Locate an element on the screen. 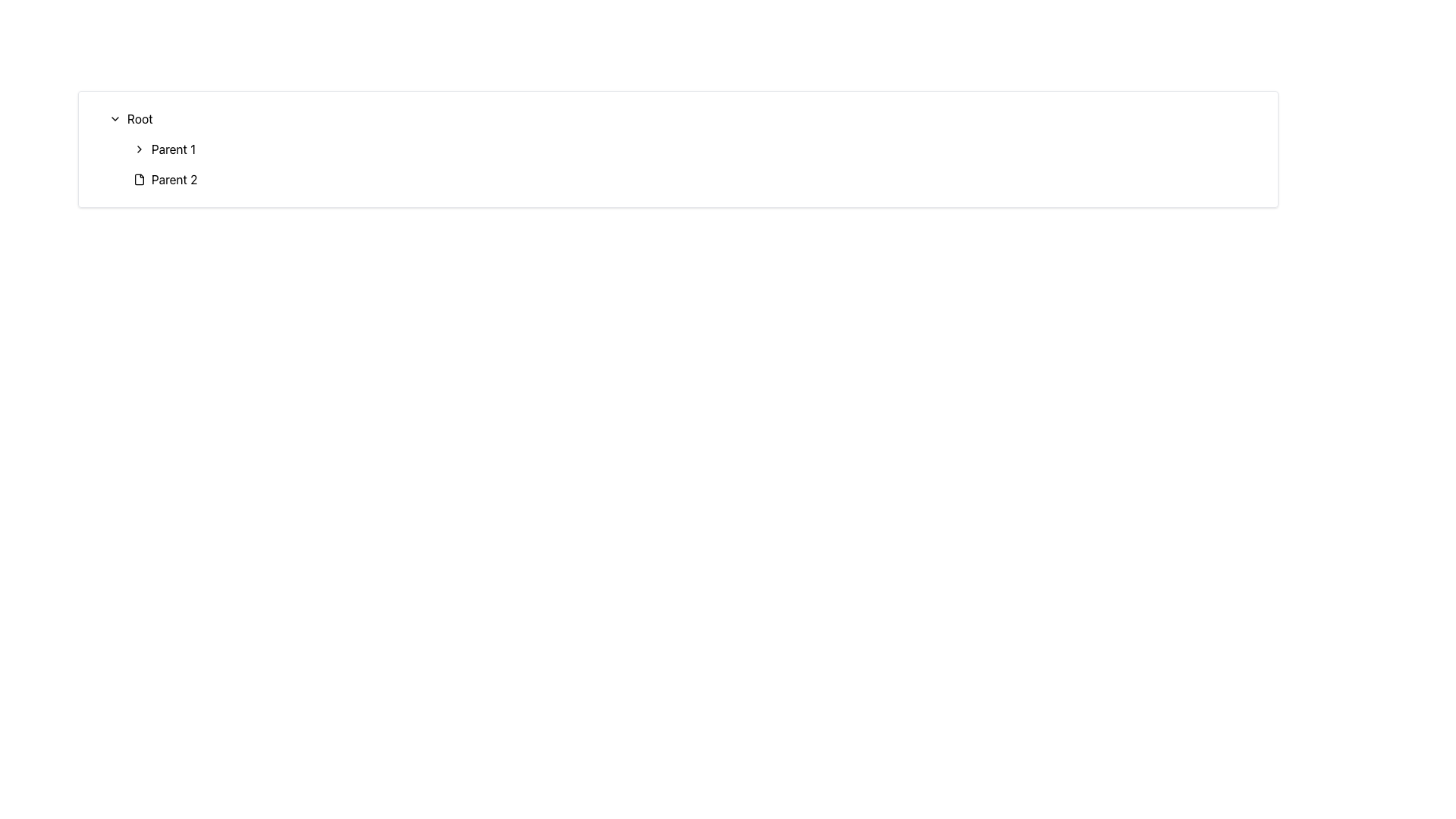  the chevron icon button that expands or collapses the content of the 'Root' section is located at coordinates (115, 118).